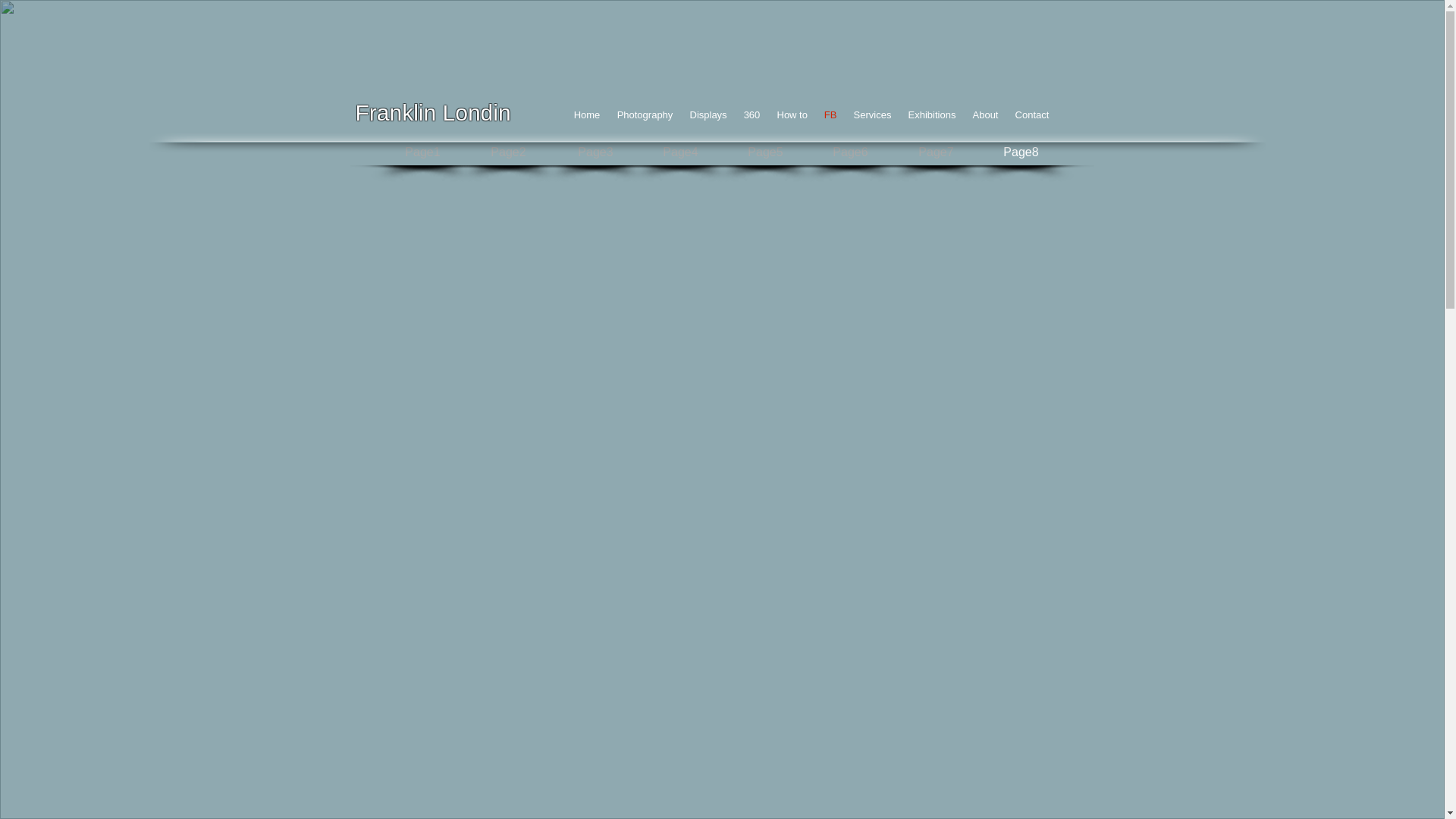  Describe the element at coordinates (986, 114) in the screenshot. I see `'About'` at that location.